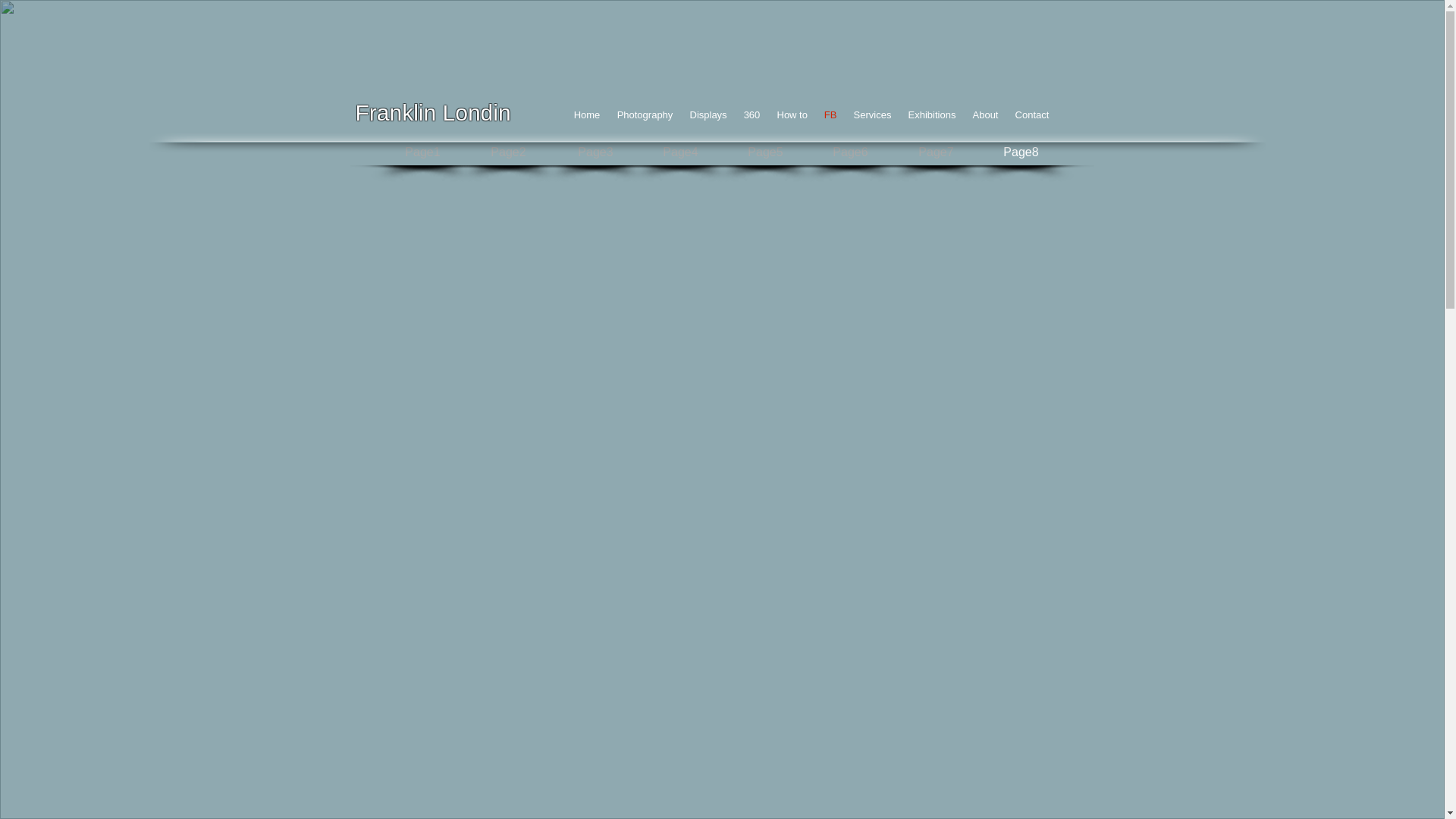  Describe the element at coordinates (986, 114) in the screenshot. I see `'About'` at that location.